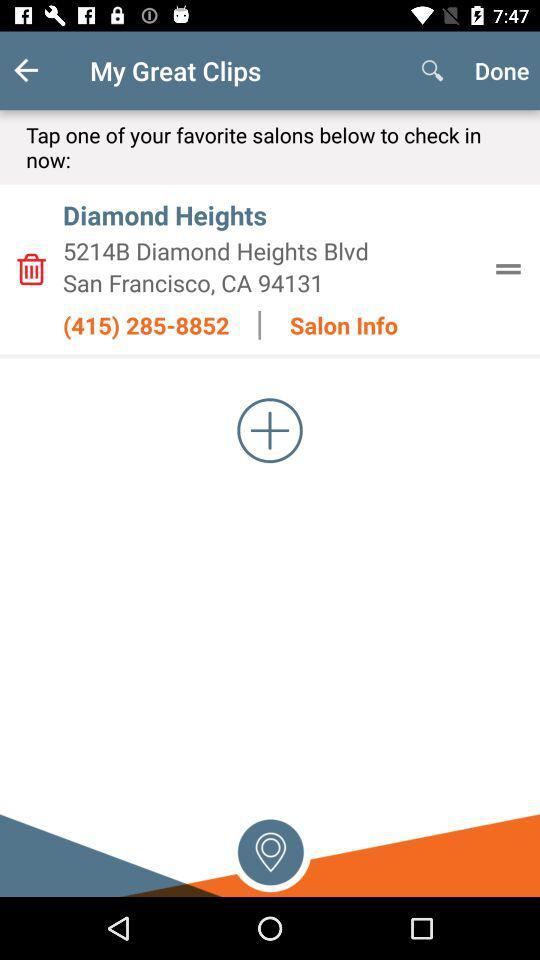 This screenshot has width=540, height=960. I want to click on the app to the right of the my great clips app, so click(431, 70).